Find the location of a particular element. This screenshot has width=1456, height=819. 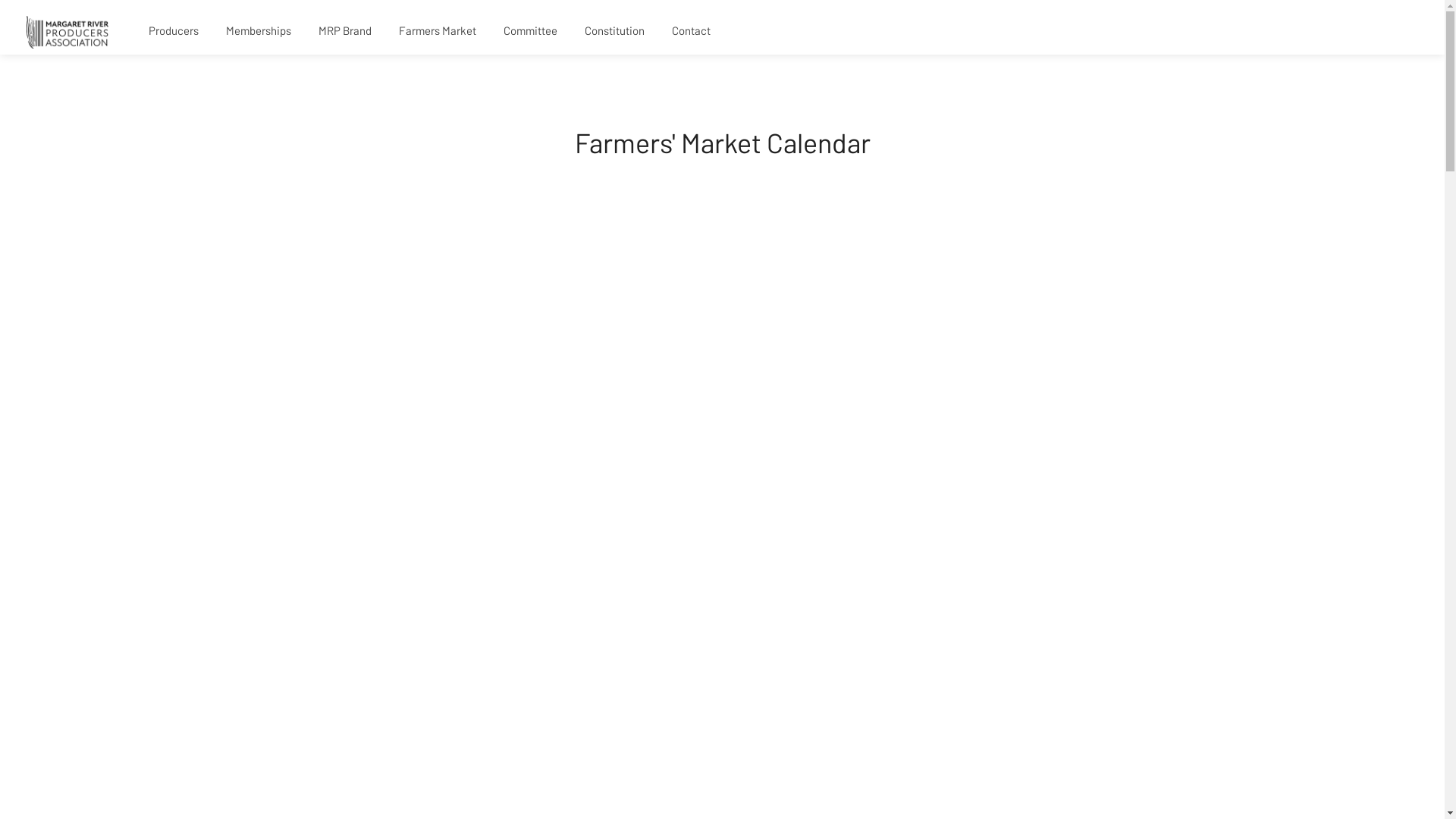

'Constitution' is located at coordinates (572, 31).